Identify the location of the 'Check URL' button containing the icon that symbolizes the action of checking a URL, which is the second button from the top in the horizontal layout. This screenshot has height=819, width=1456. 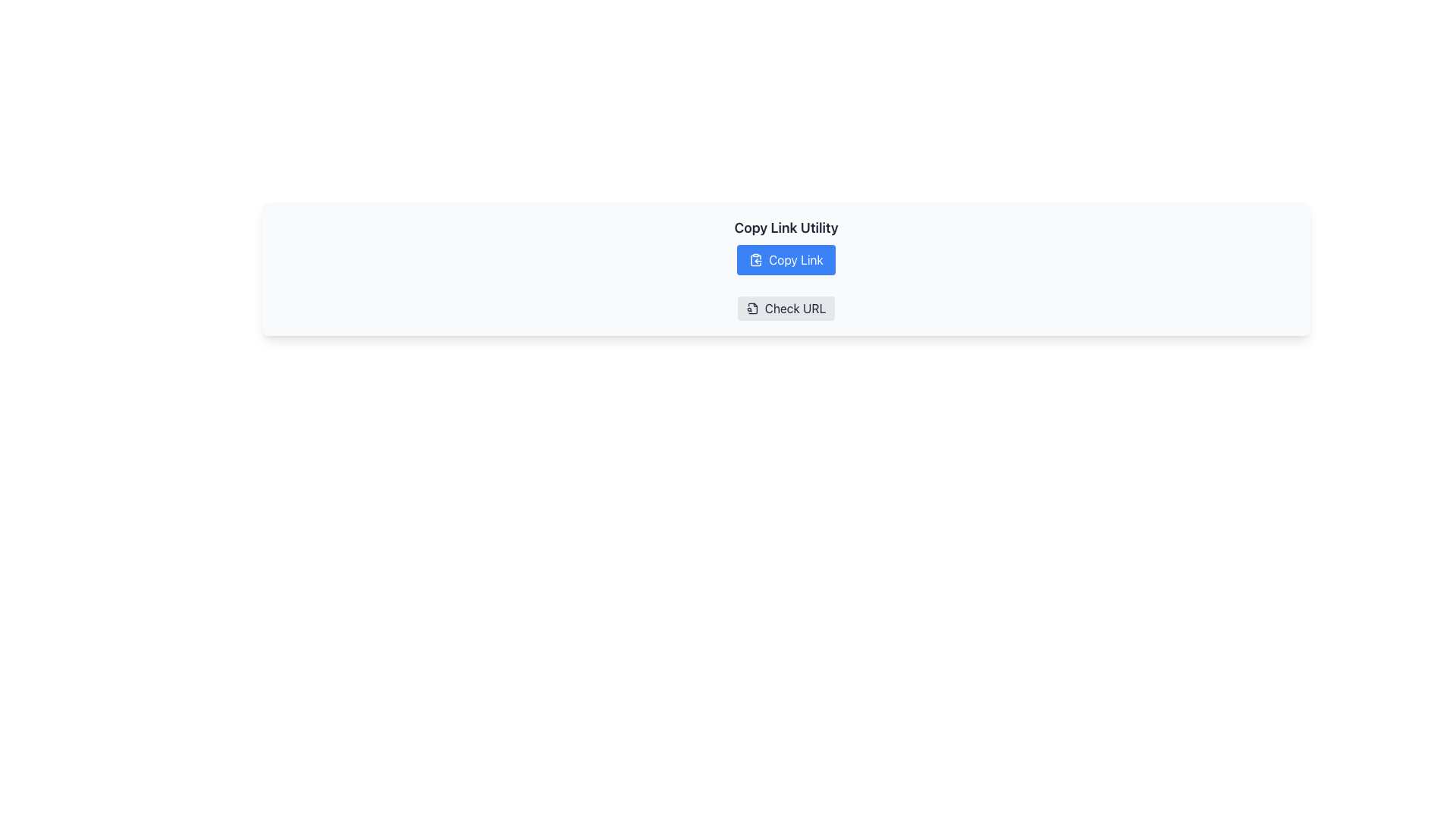
(752, 308).